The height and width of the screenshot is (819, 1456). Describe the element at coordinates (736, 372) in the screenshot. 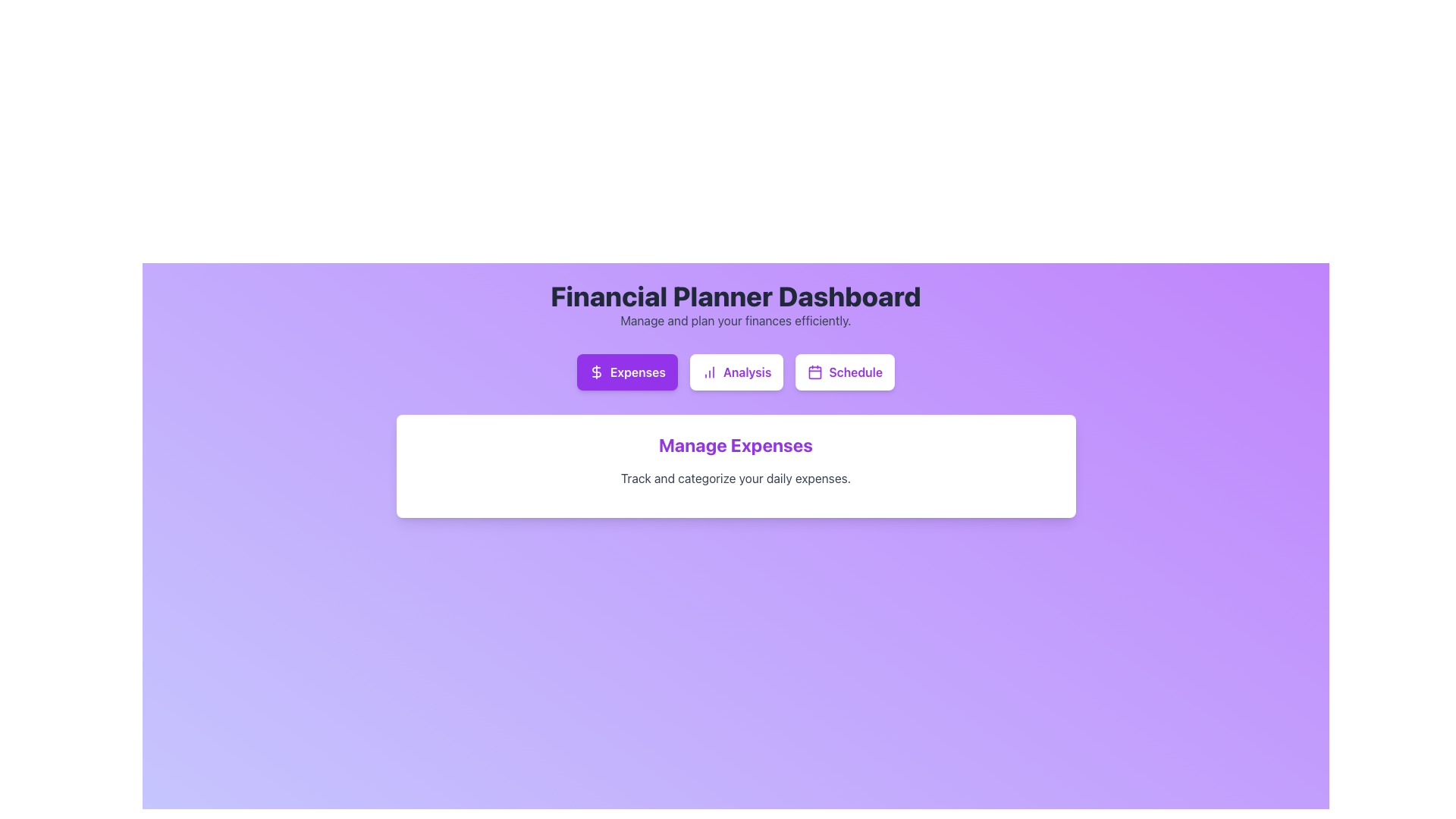

I see `the middle navigation button` at that location.